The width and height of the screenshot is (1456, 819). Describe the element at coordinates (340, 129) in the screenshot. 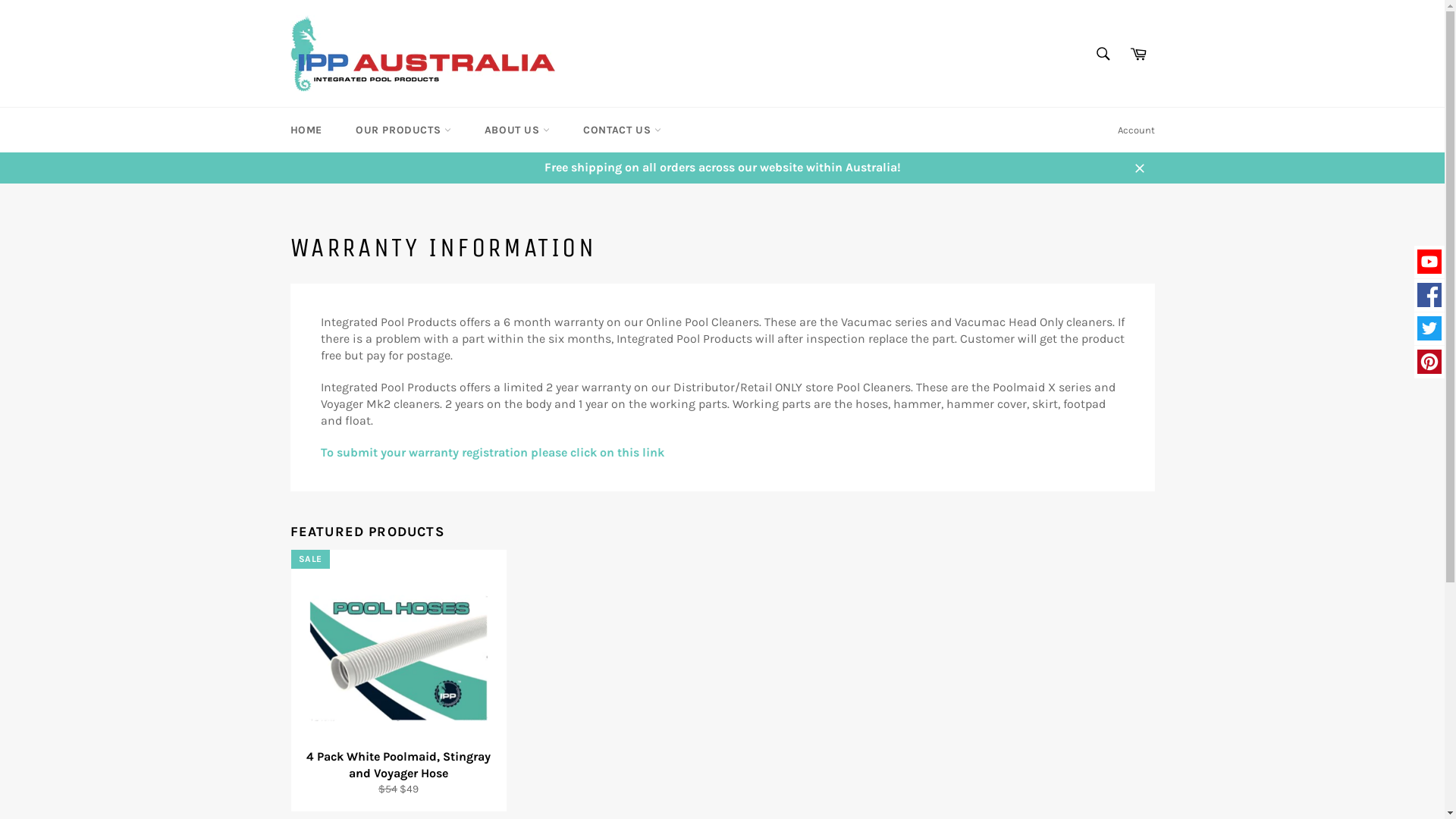

I see `'OUR PRODUCTS'` at that location.